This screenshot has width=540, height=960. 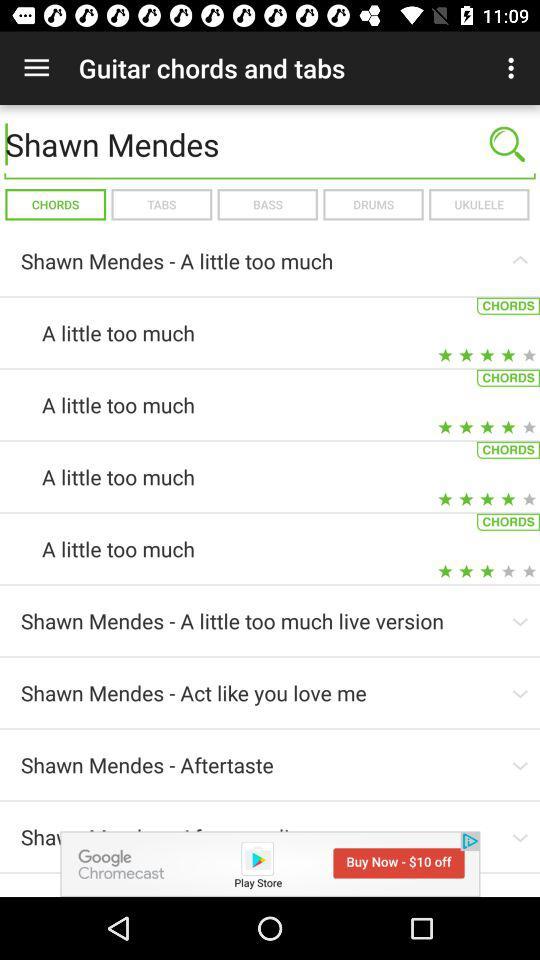 I want to click on the item below shawn mendes icon, so click(x=478, y=204).